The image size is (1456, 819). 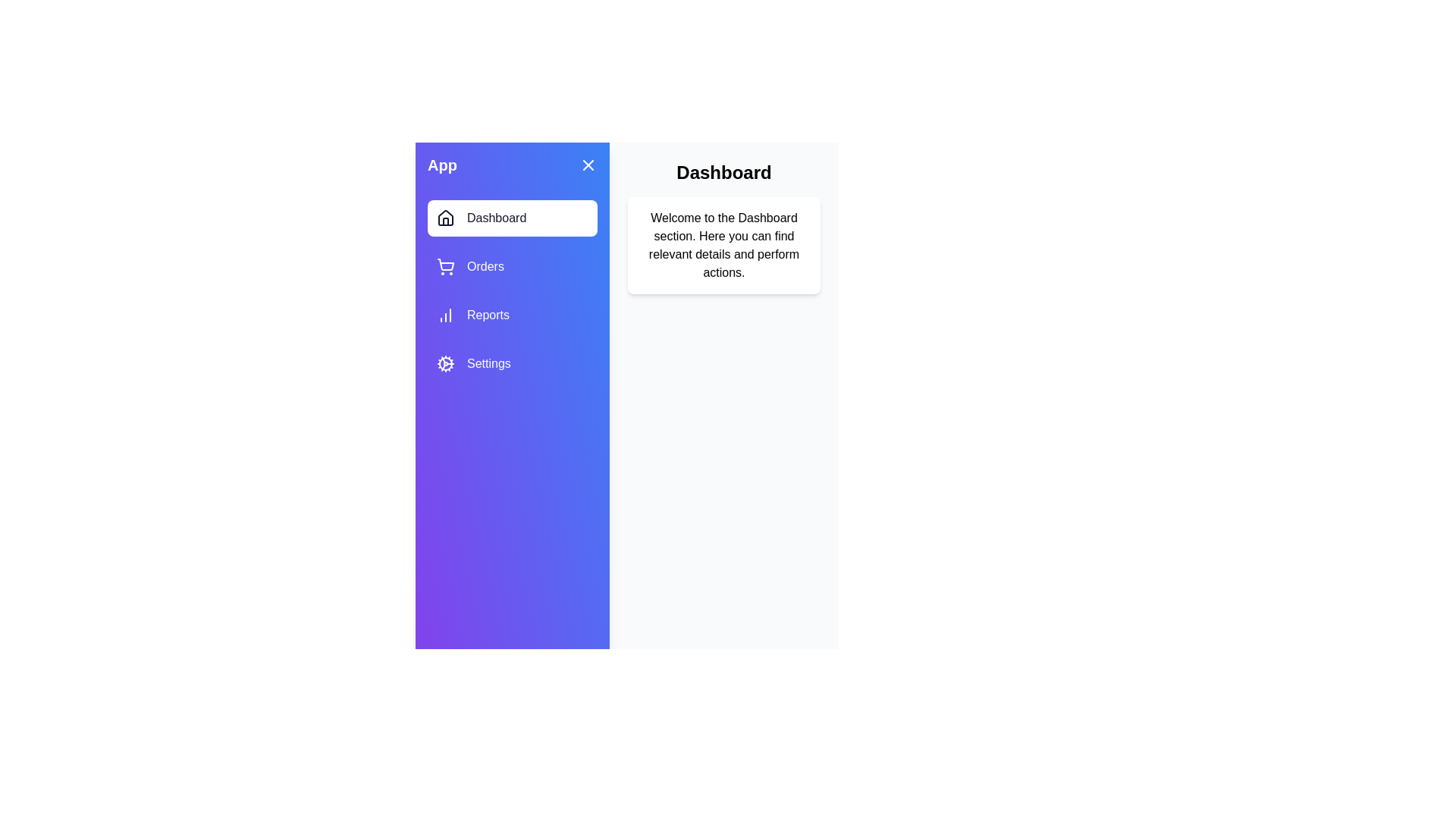 What do you see at coordinates (513, 265) in the screenshot?
I see `the Orders section by clicking on its corresponding navigation item` at bounding box center [513, 265].